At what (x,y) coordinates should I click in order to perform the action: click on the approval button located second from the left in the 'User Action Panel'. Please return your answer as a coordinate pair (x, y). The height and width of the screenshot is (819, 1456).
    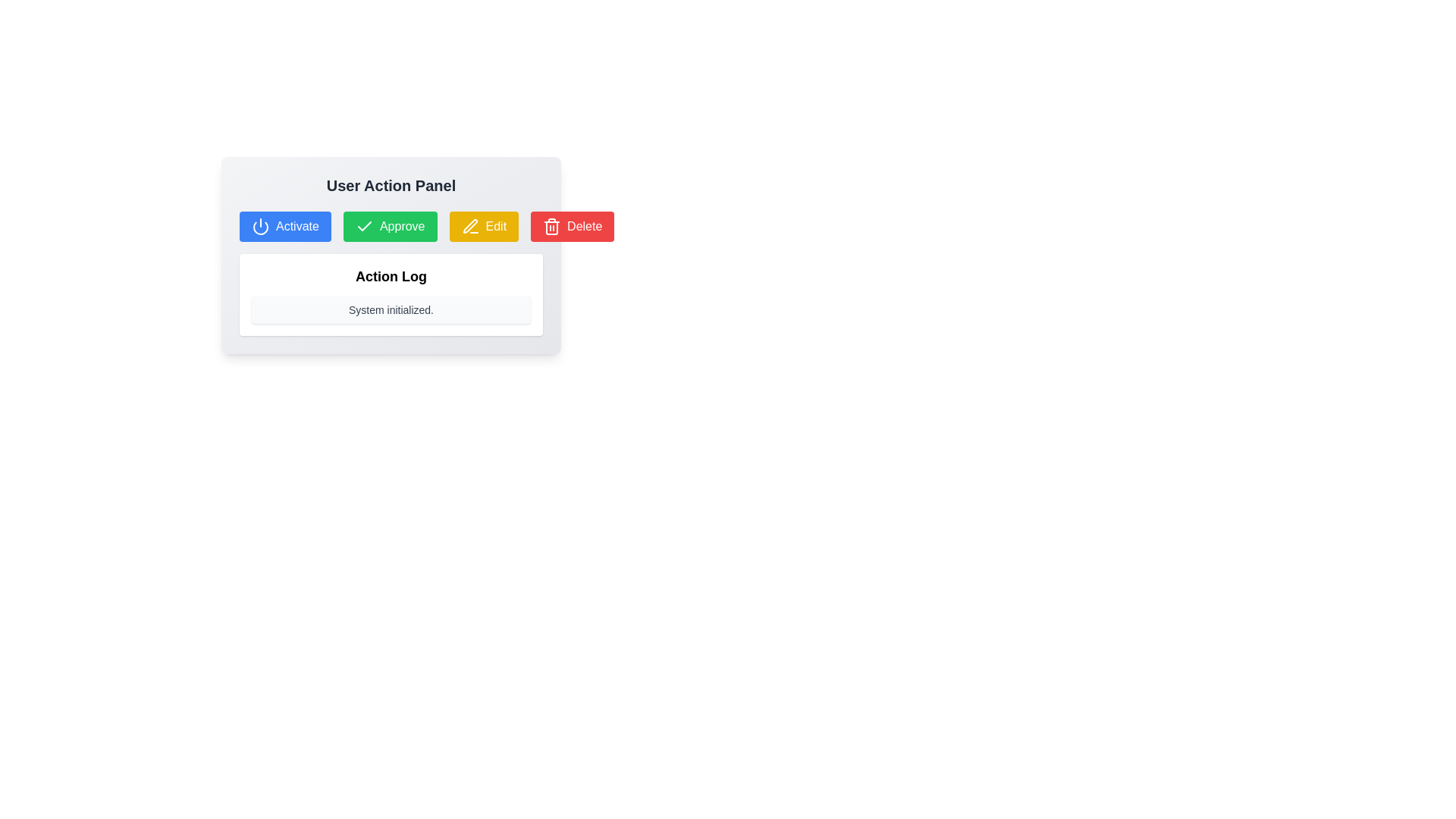
    Looking at the image, I should click on (390, 227).